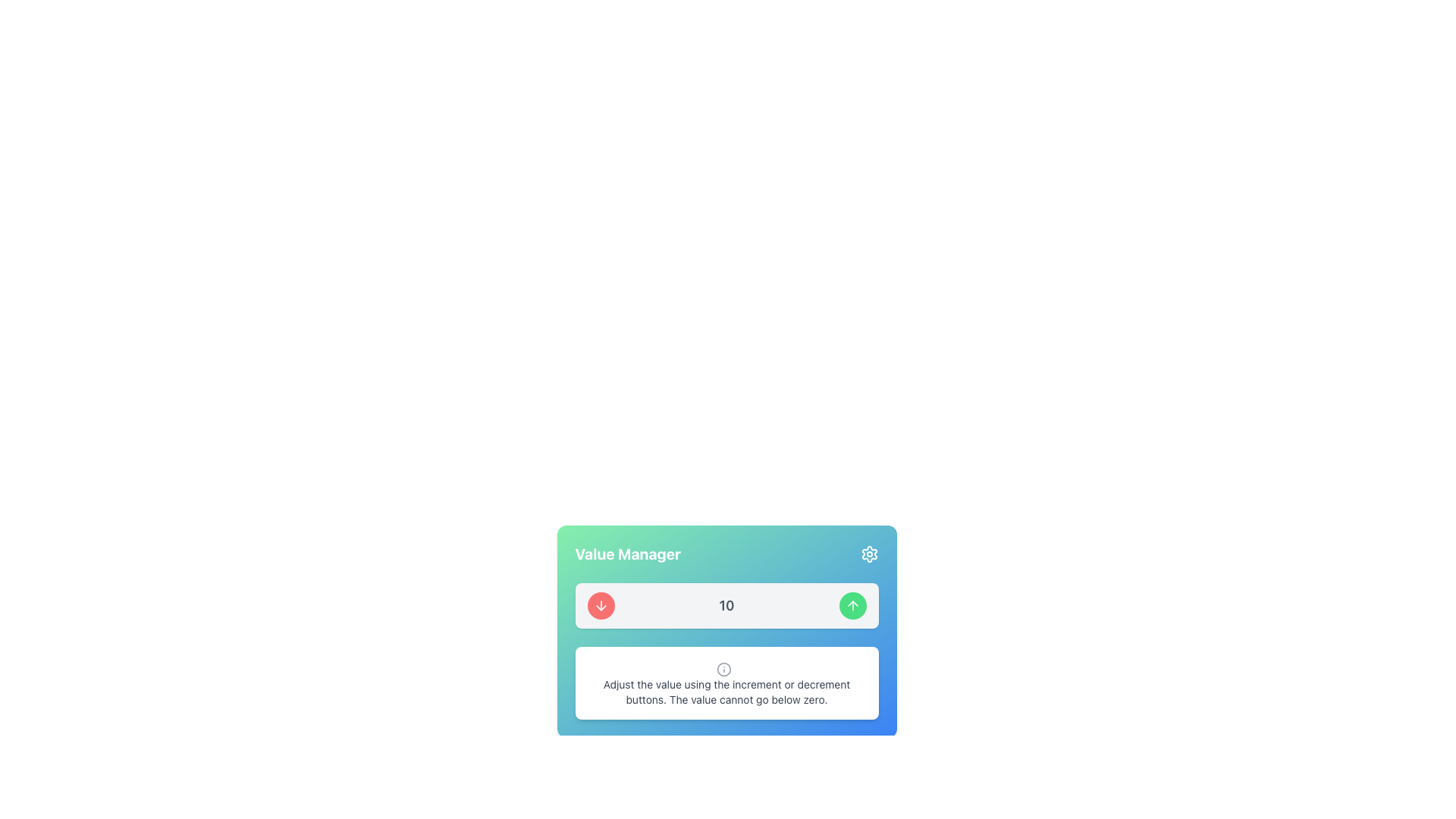 Image resolution: width=1456 pixels, height=819 pixels. I want to click on the decorative circle graphic that serves as a visual representation within the SVG graphic in the lower portion of the card component, so click(723, 668).